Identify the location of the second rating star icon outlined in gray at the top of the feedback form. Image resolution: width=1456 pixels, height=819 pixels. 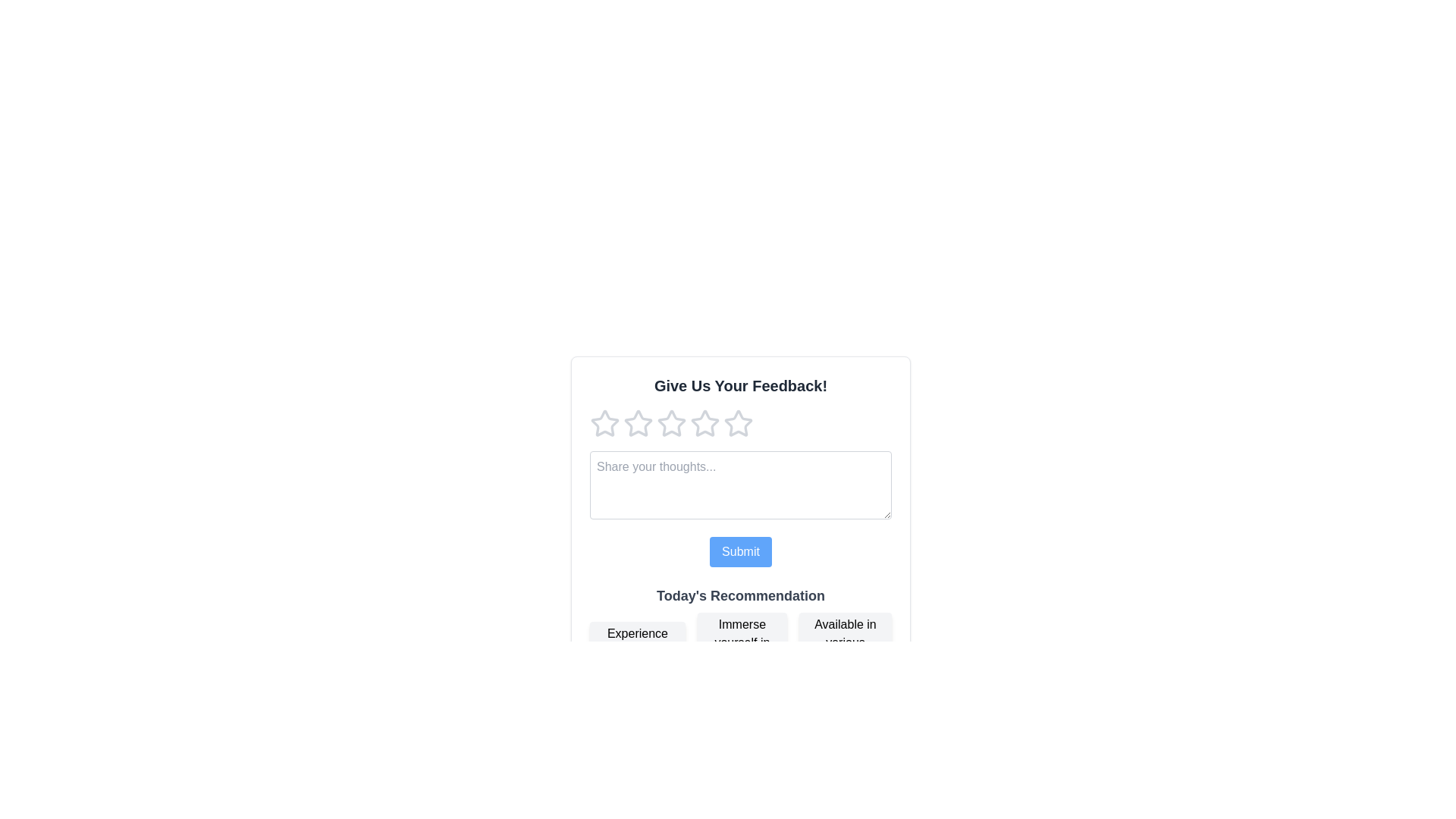
(671, 423).